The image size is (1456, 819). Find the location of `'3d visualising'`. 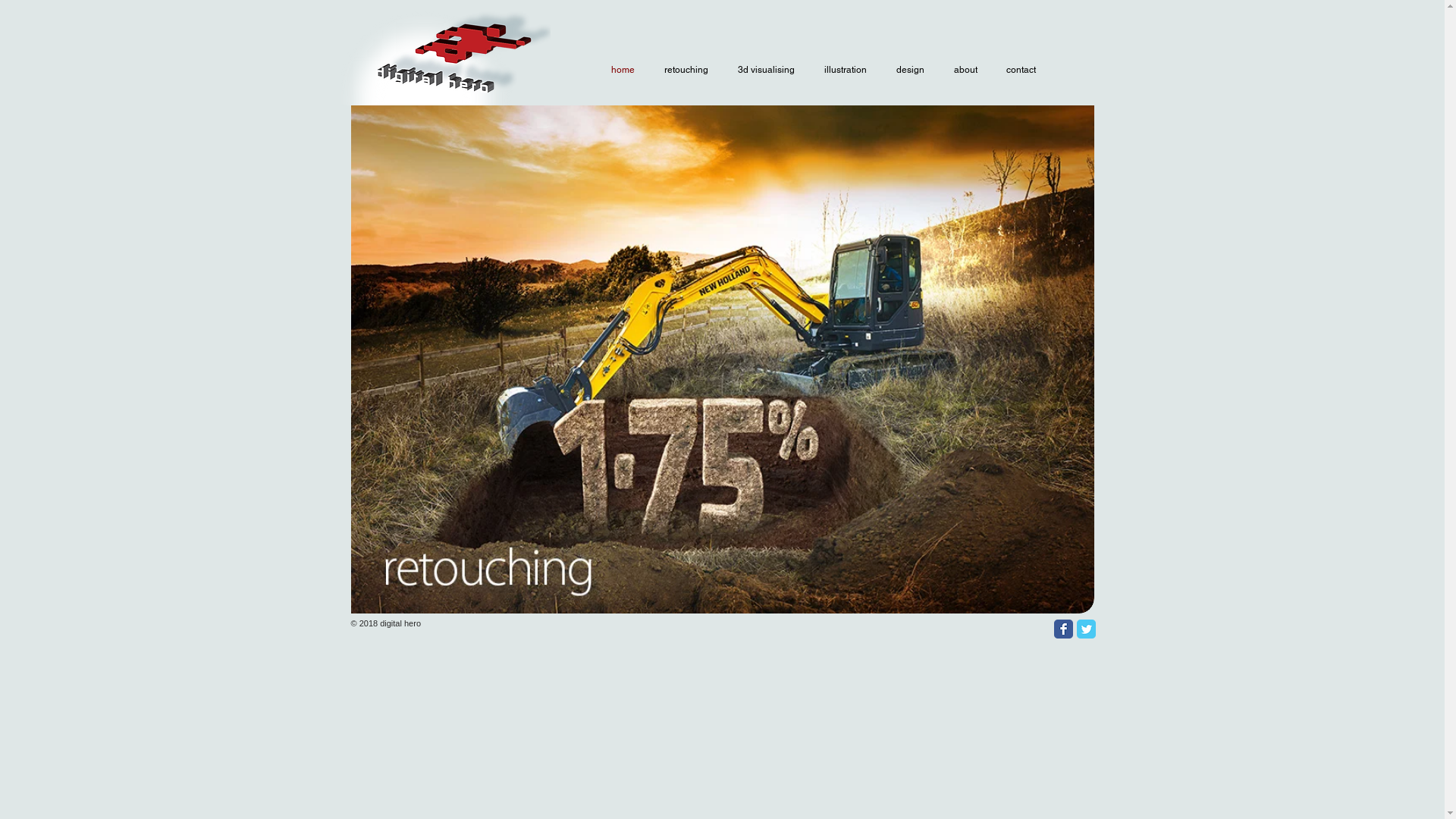

'3d visualising' is located at coordinates (764, 70).